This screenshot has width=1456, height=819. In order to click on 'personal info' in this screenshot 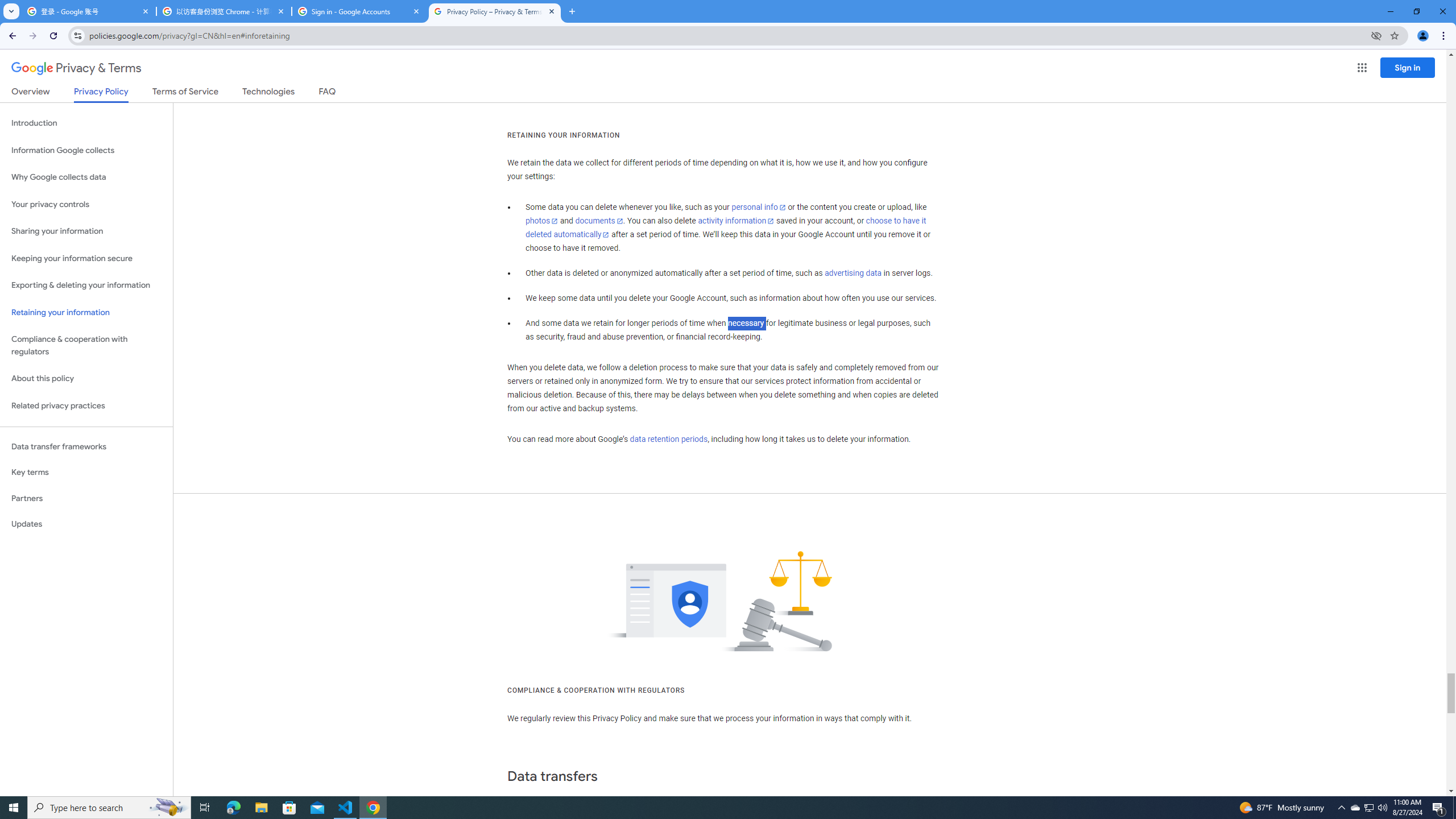, I will do `click(758, 207)`.